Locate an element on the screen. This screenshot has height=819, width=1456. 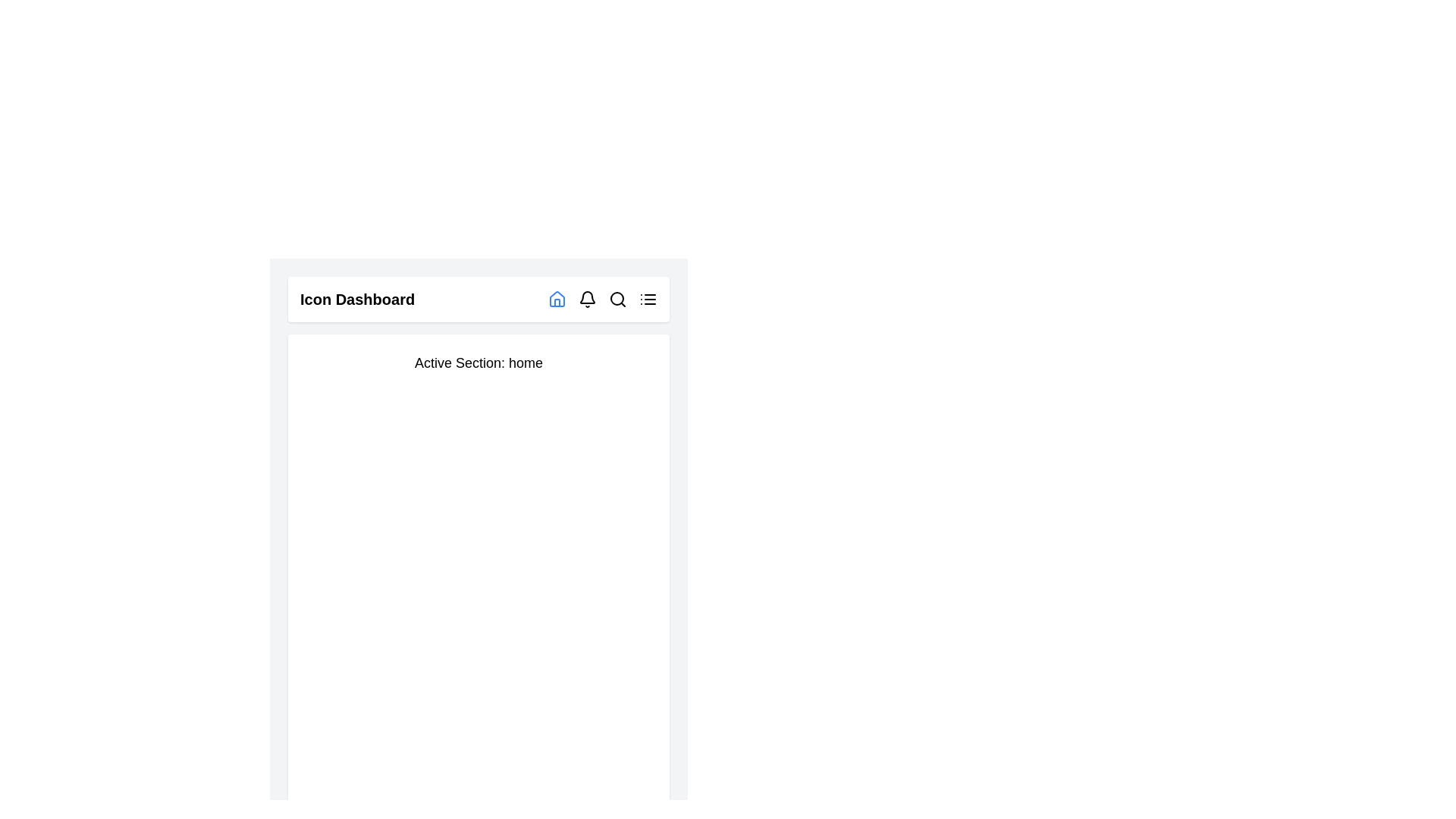
the blue house-shaped icon located in the top navigation bar is located at coordinates (556, 299).